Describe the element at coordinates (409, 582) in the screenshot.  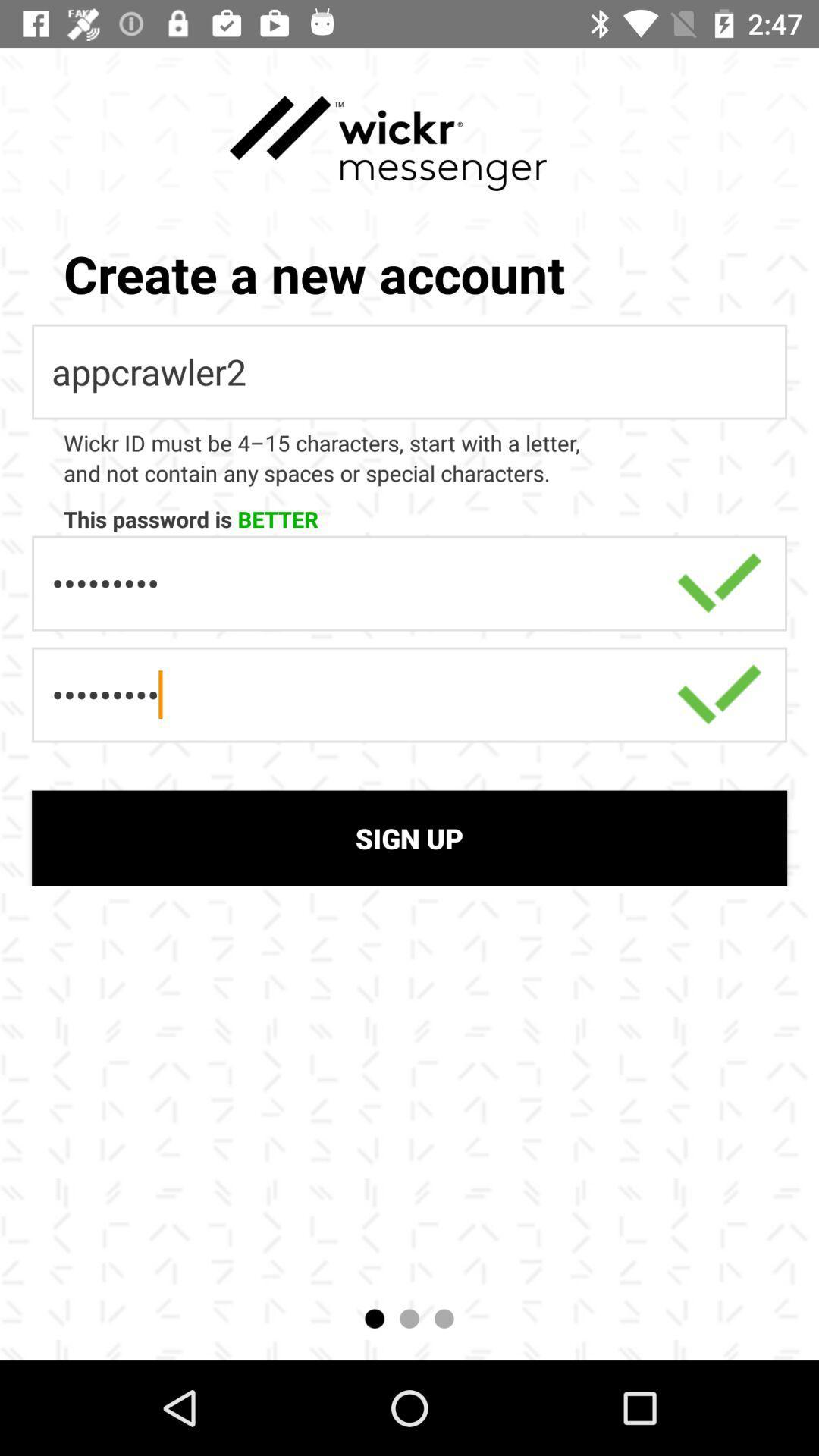
I see `the 1st box below the word better` at that location.